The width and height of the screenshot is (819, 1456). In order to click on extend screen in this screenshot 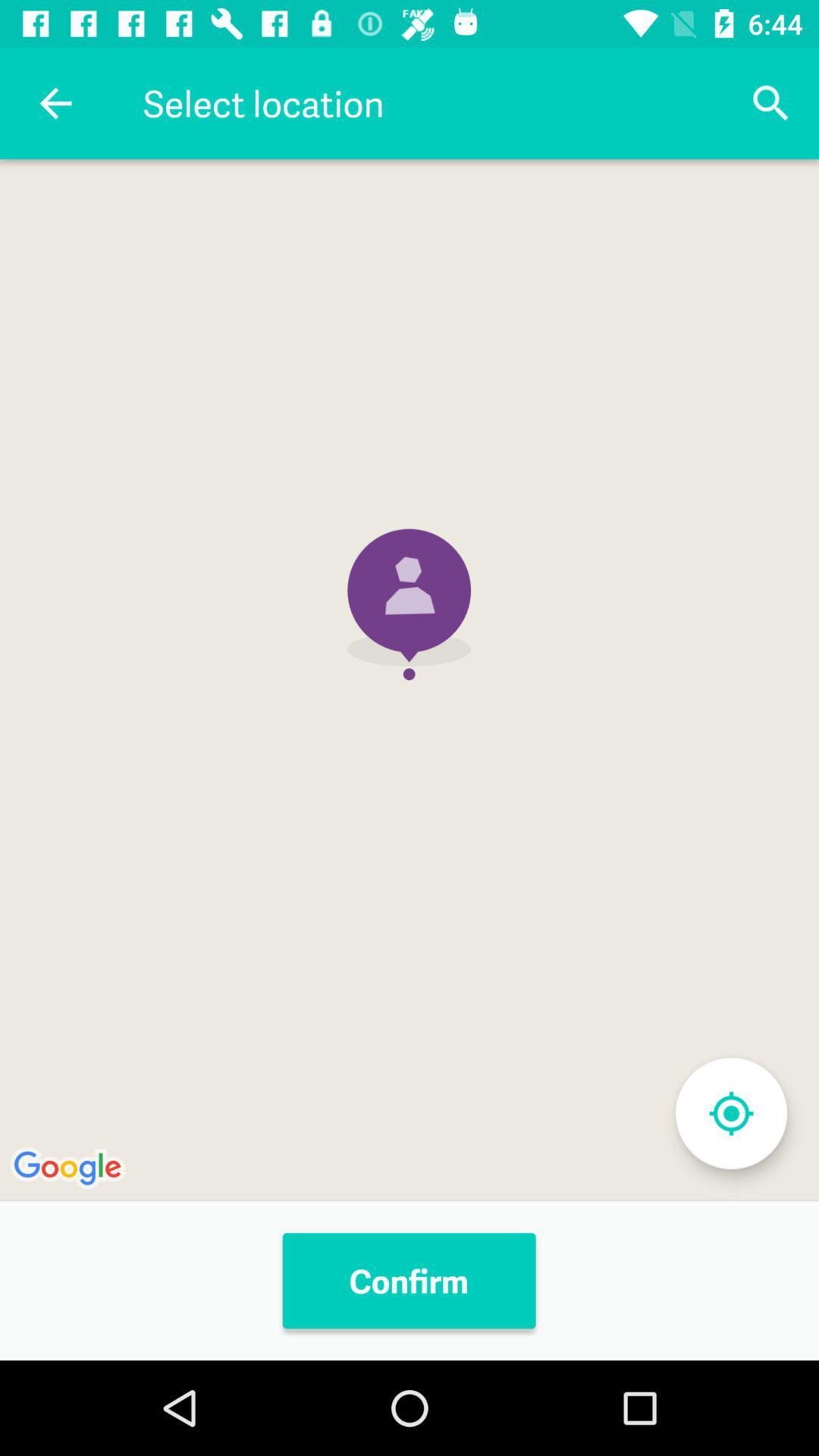, I will do `click(730, 1113)`.